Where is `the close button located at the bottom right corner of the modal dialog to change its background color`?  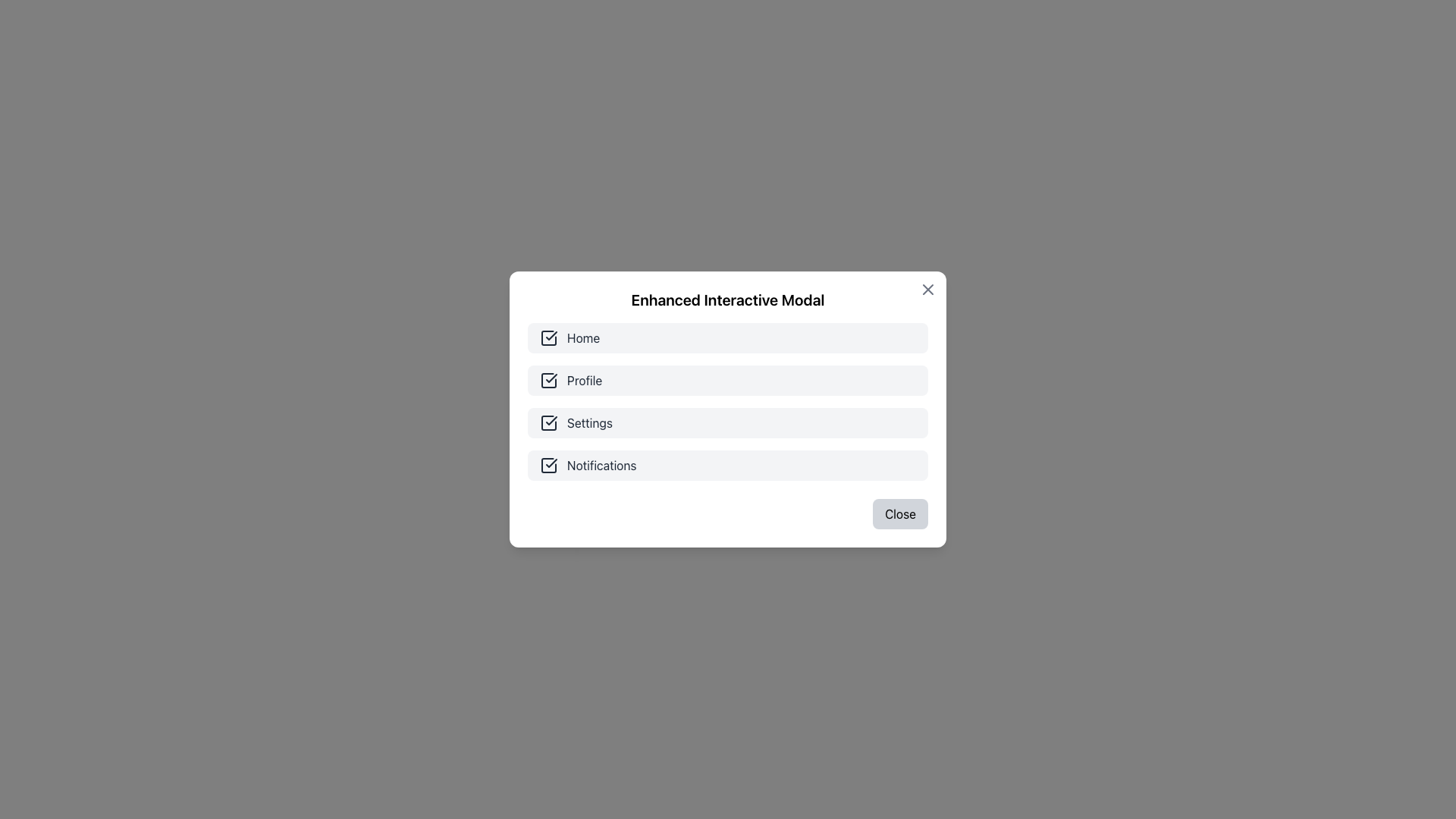
the close button located at the bottom right corner of the modal dialog to change its background color is located at coordinates (900, 513).